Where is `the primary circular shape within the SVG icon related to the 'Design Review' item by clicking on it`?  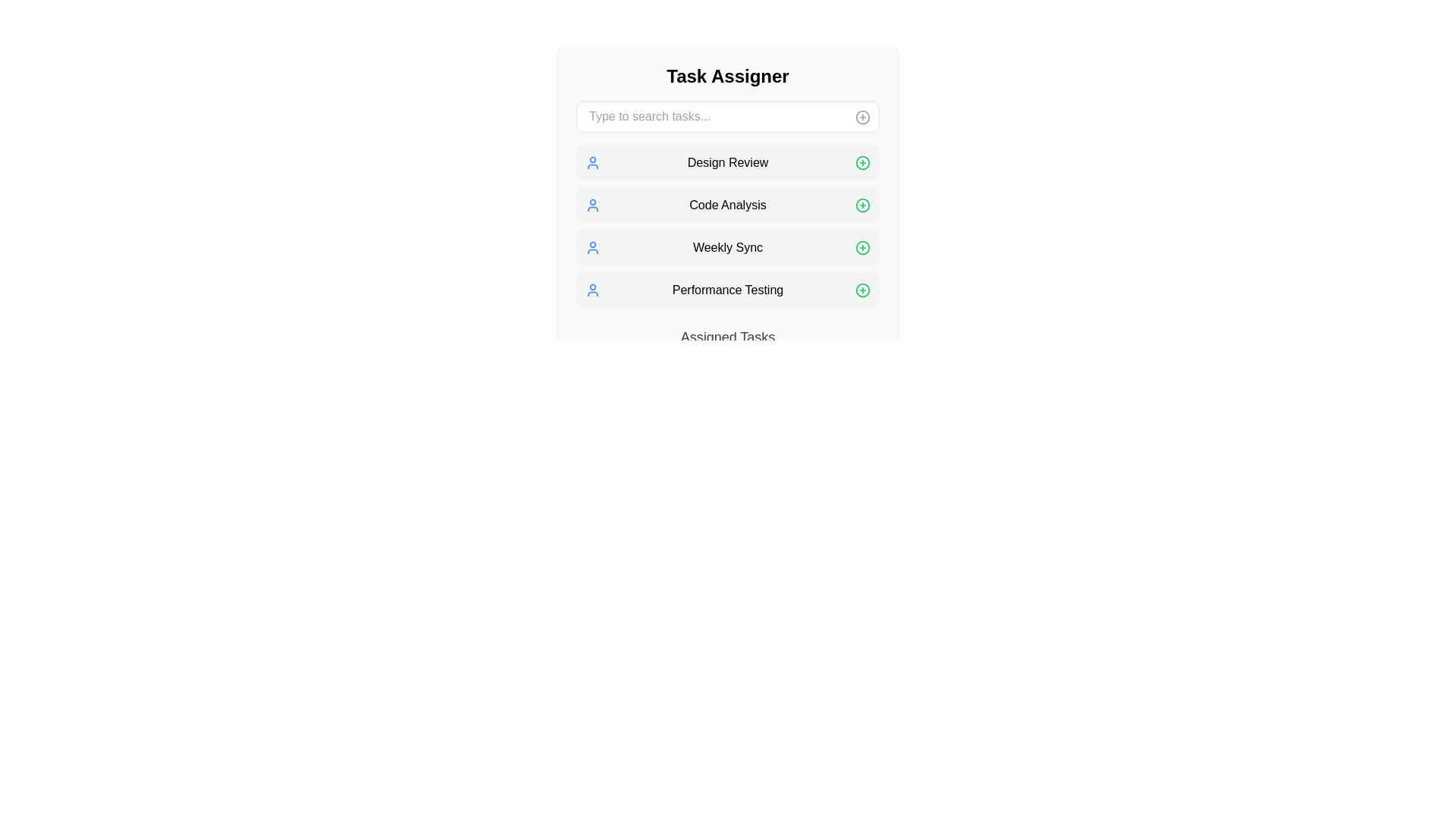 the primary circular shape within the SVG icon related to the 'Design Review' item by clicking on it is located at coordinates (862, 163).